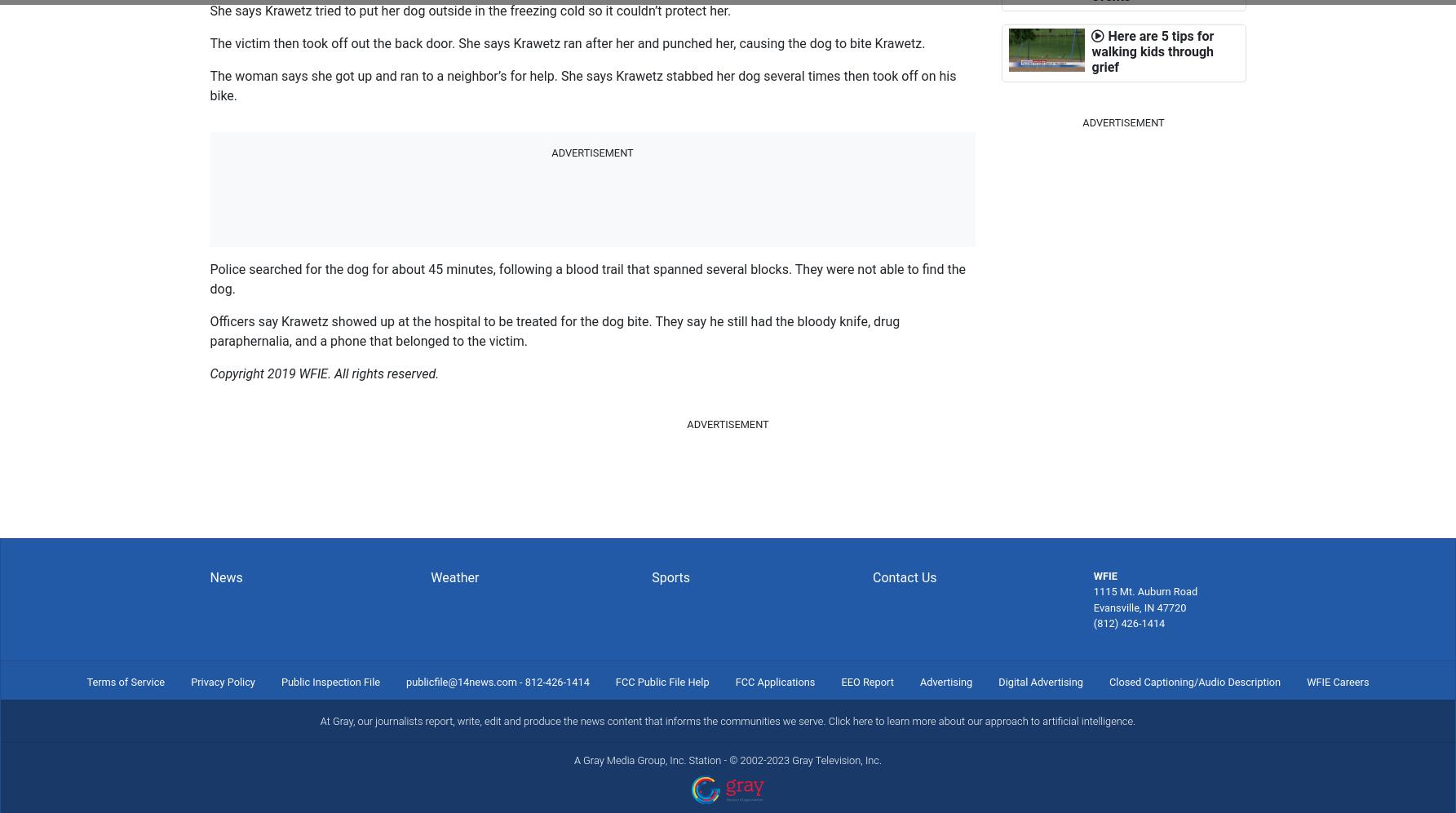 The image size is (1456, 813). Describe the element at coordinates (573, 720) in the screenshot. I see `'At Gray, our journalists report, write, edit and produce the news content that informs the communities we serve.'` at that location.